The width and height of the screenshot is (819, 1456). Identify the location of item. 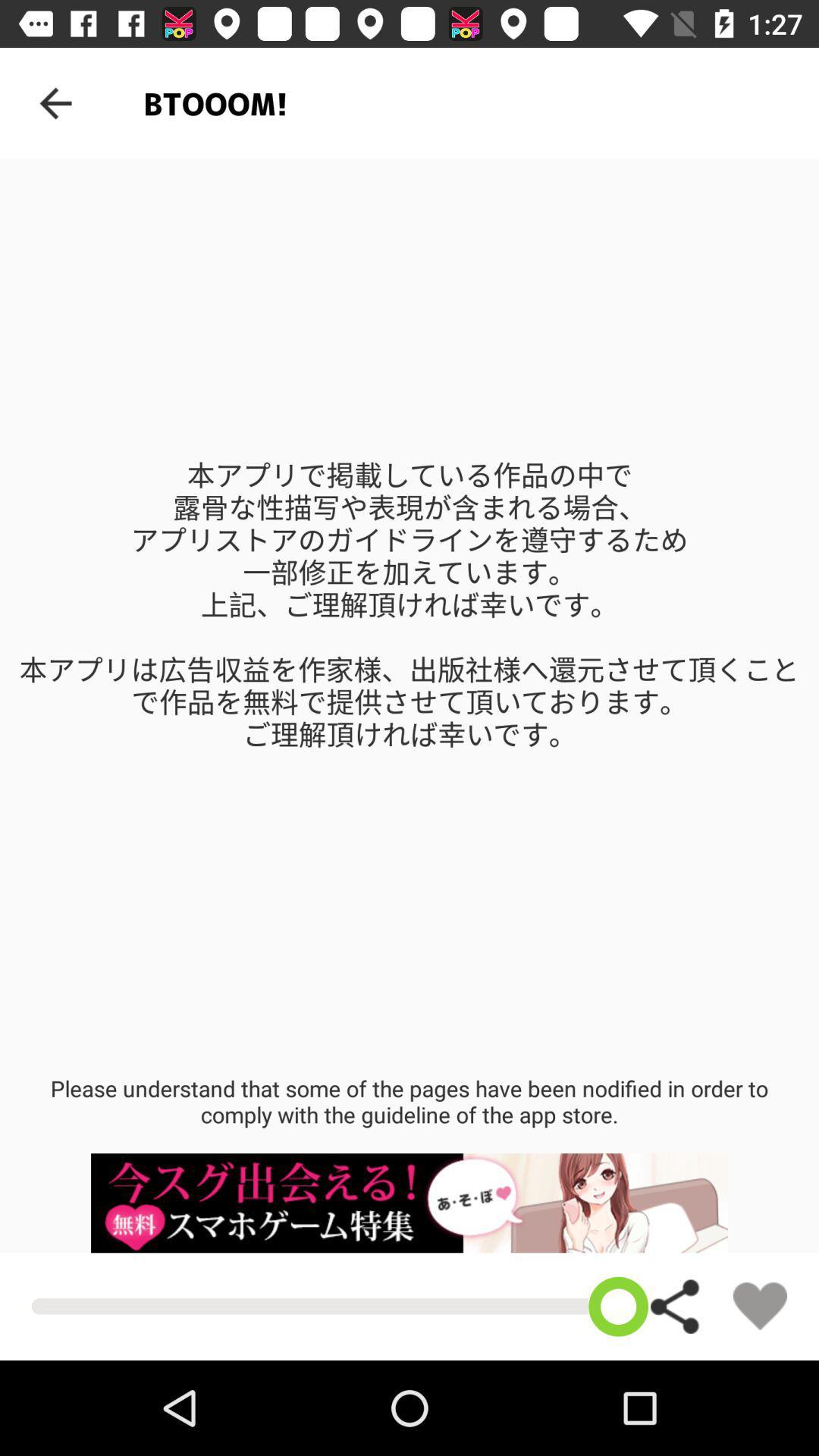
(760, 1305).